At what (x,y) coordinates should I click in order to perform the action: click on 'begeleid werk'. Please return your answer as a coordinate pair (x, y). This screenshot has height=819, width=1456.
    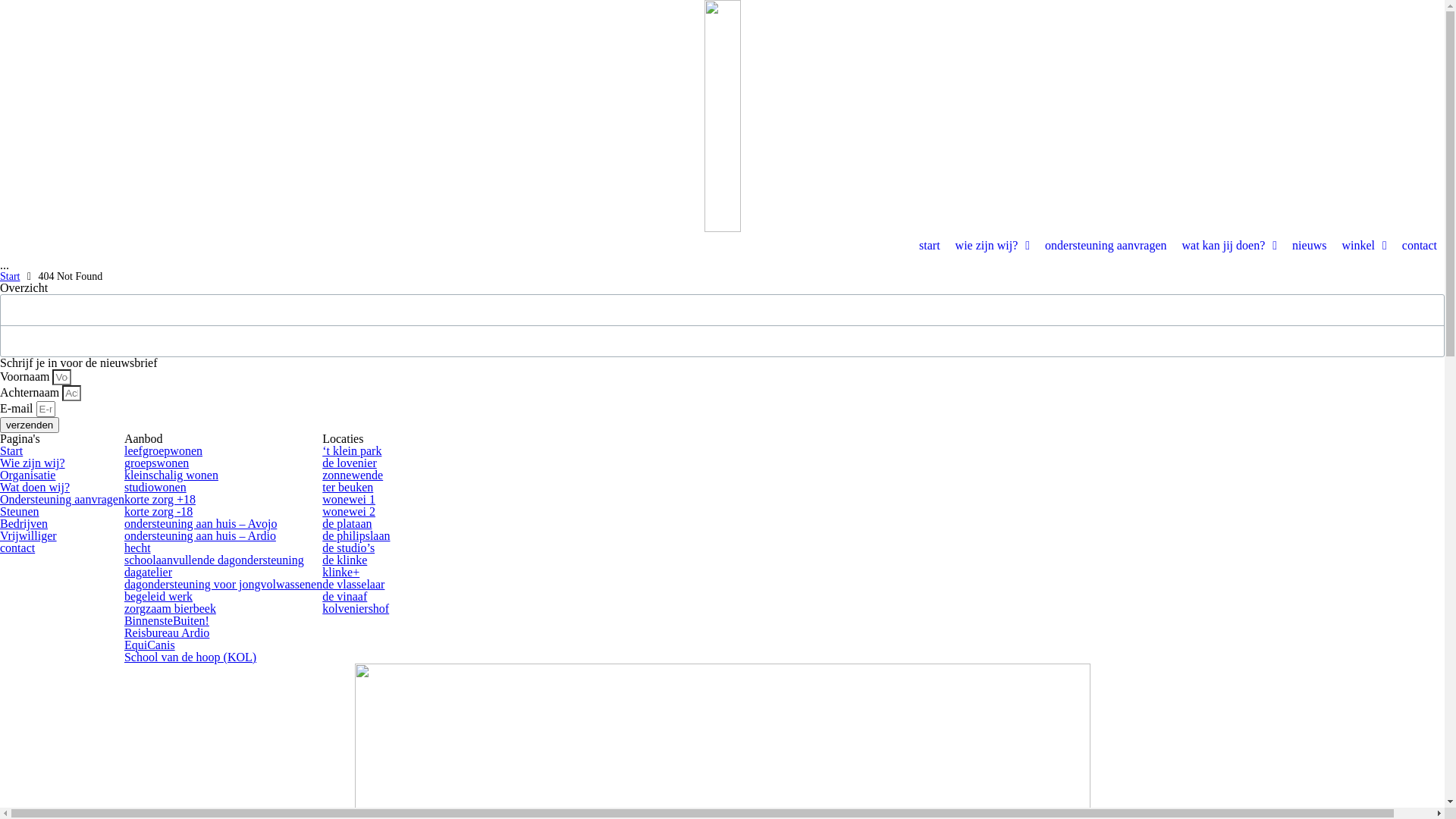
    Looking at the image, I should click on (158, 595).